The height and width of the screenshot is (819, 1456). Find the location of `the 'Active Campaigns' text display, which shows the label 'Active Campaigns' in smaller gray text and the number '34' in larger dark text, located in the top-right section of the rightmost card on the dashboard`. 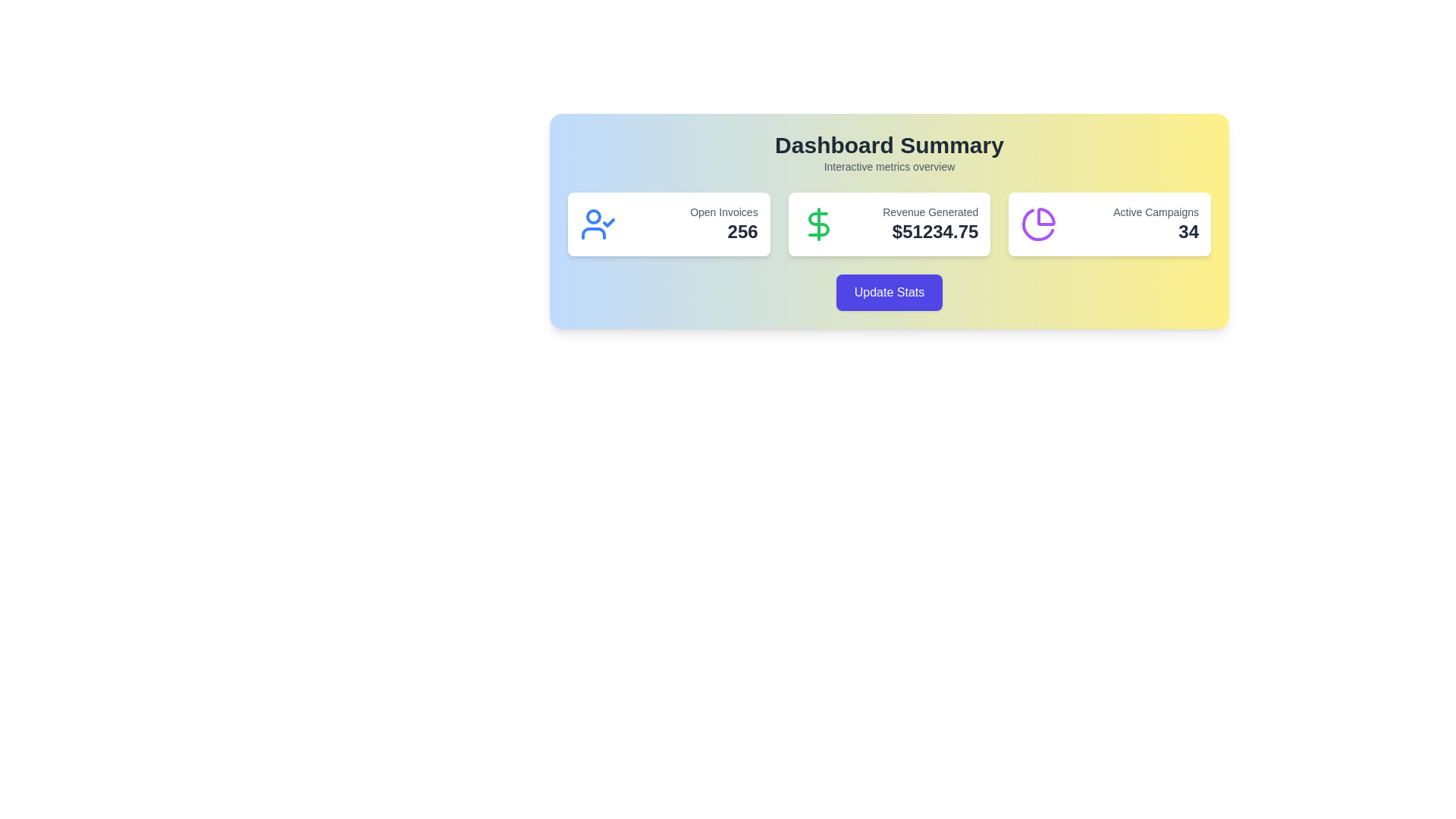

the 'Active Campaigns' text display, which shows the label 'Active Campaigns' in smaller gray text and the number '34' in larger dark text, located in the top-right section of the rightmost card on the dashboard is located at coordinates (1155, 224).